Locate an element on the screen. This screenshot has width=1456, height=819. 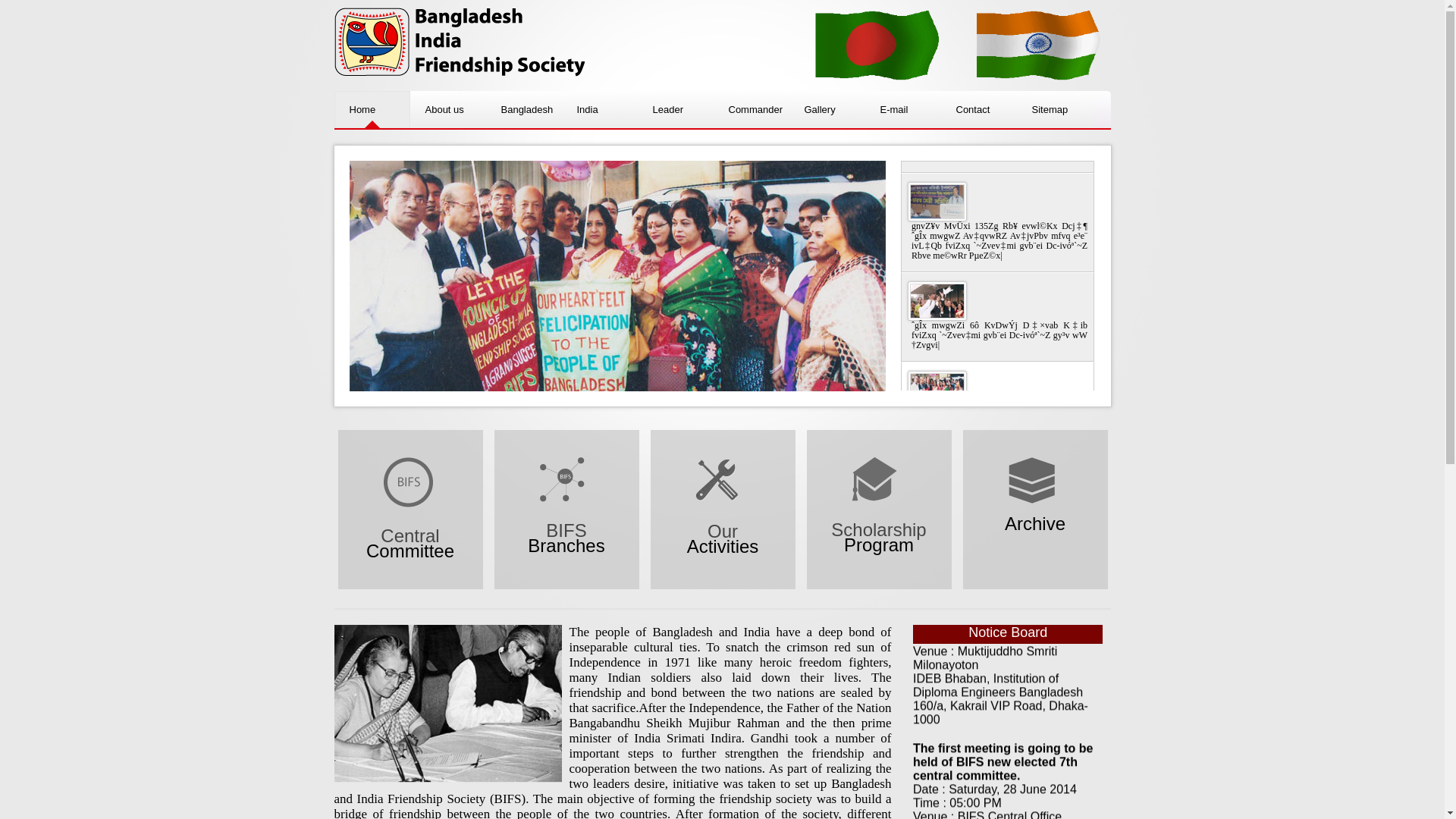
'Our is located at coordinates (722, 522).